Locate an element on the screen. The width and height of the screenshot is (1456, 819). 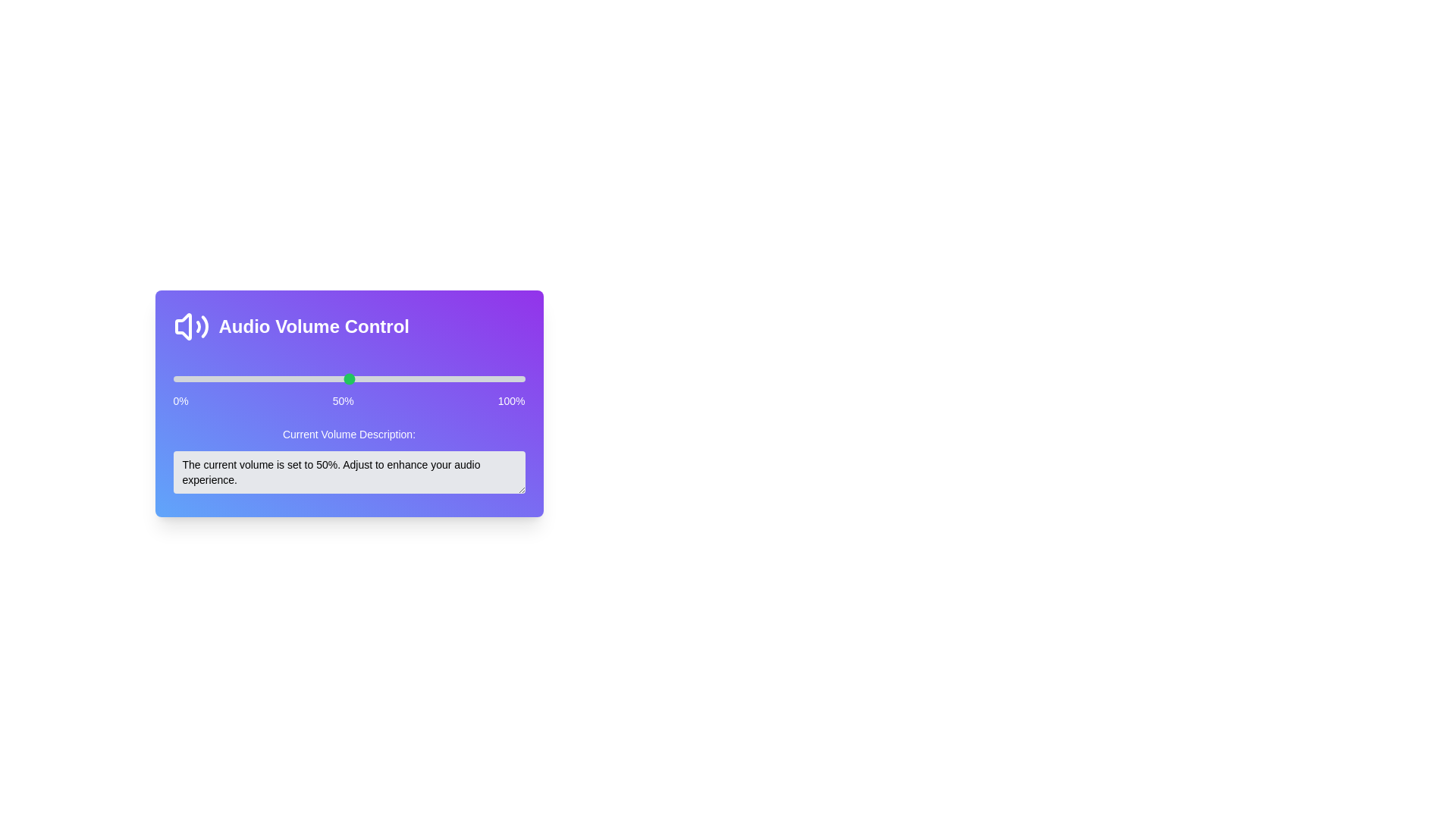
the volume slider to 71% is located at coordinates (422, 378).